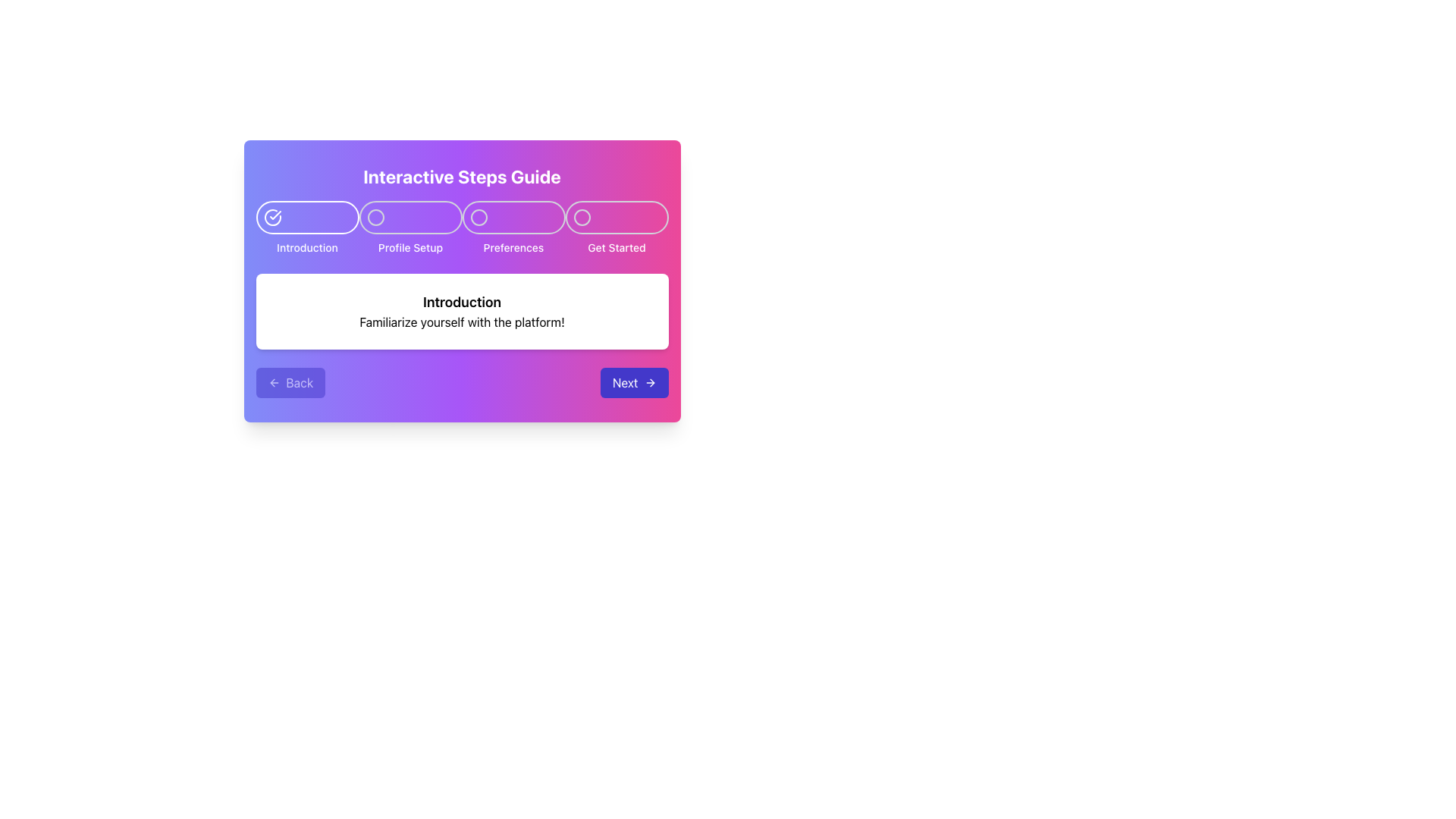  Describe the element at coordinates (478, 217) in the screenshot. I see `the third circular navigation indicator labeled 'Preferences'` at that location.